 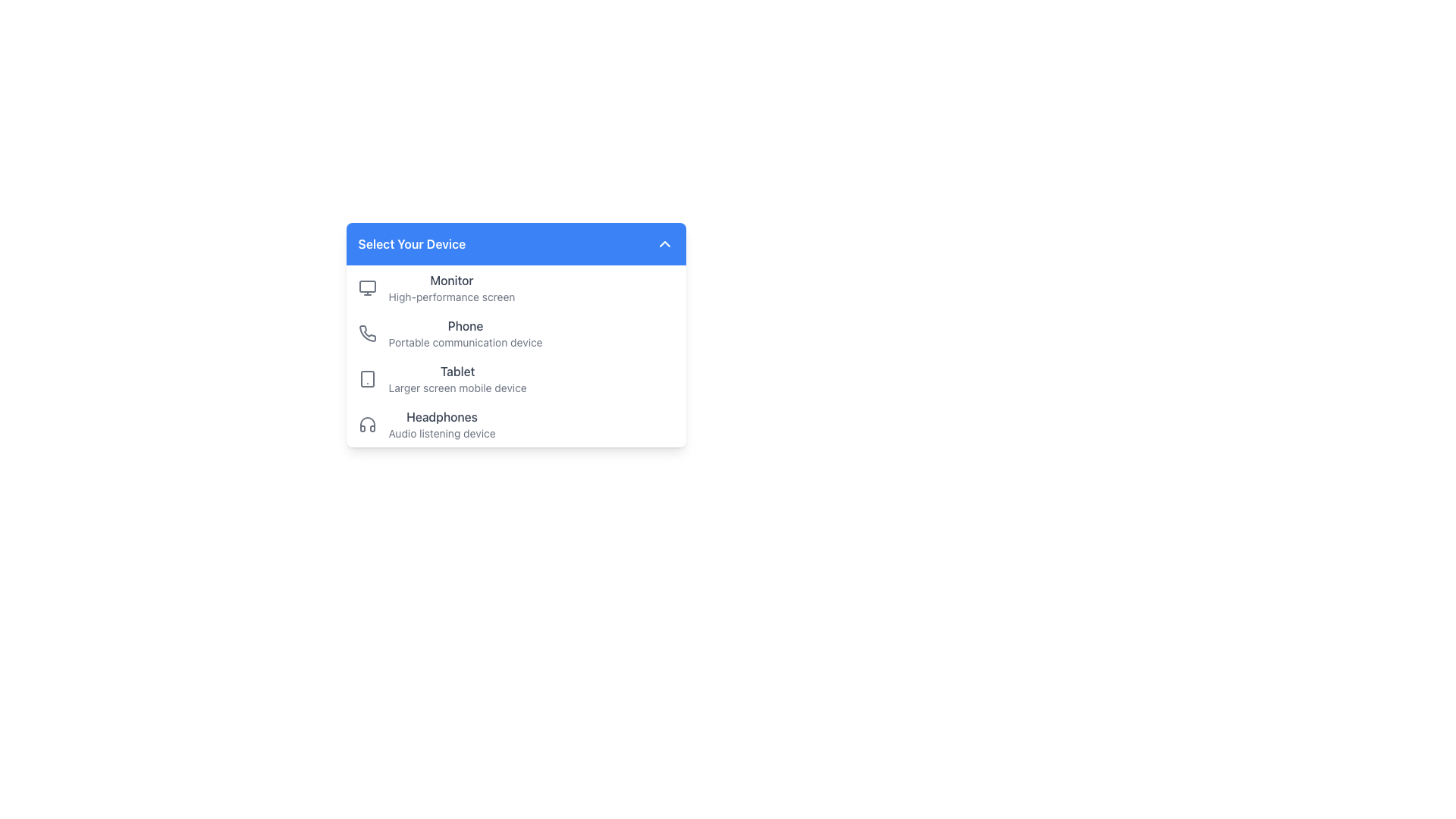 I want to click on the 'Phone' menu item in the device selection menu, so click(x=465, y=332).